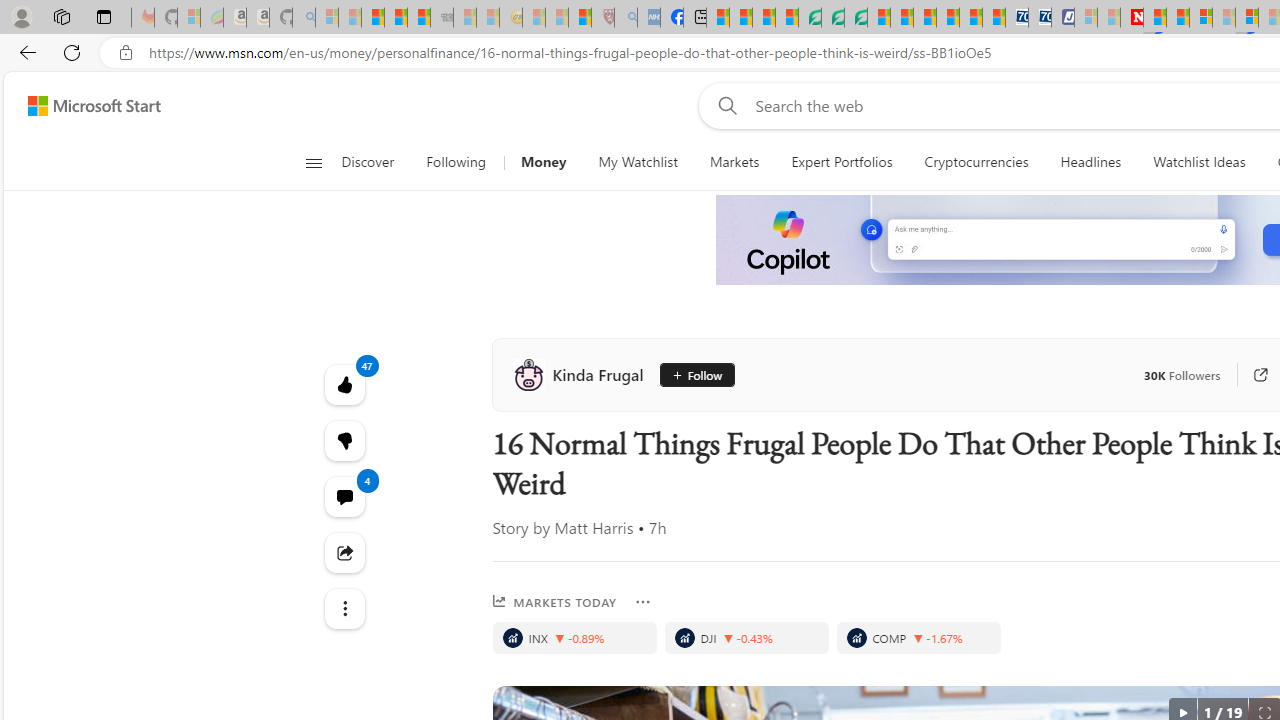 The image size is (1280, 720). I want to click on 'INX, S&P 500. Price is 5,570.64. Decreased by -0.89%', so click(573, 637).